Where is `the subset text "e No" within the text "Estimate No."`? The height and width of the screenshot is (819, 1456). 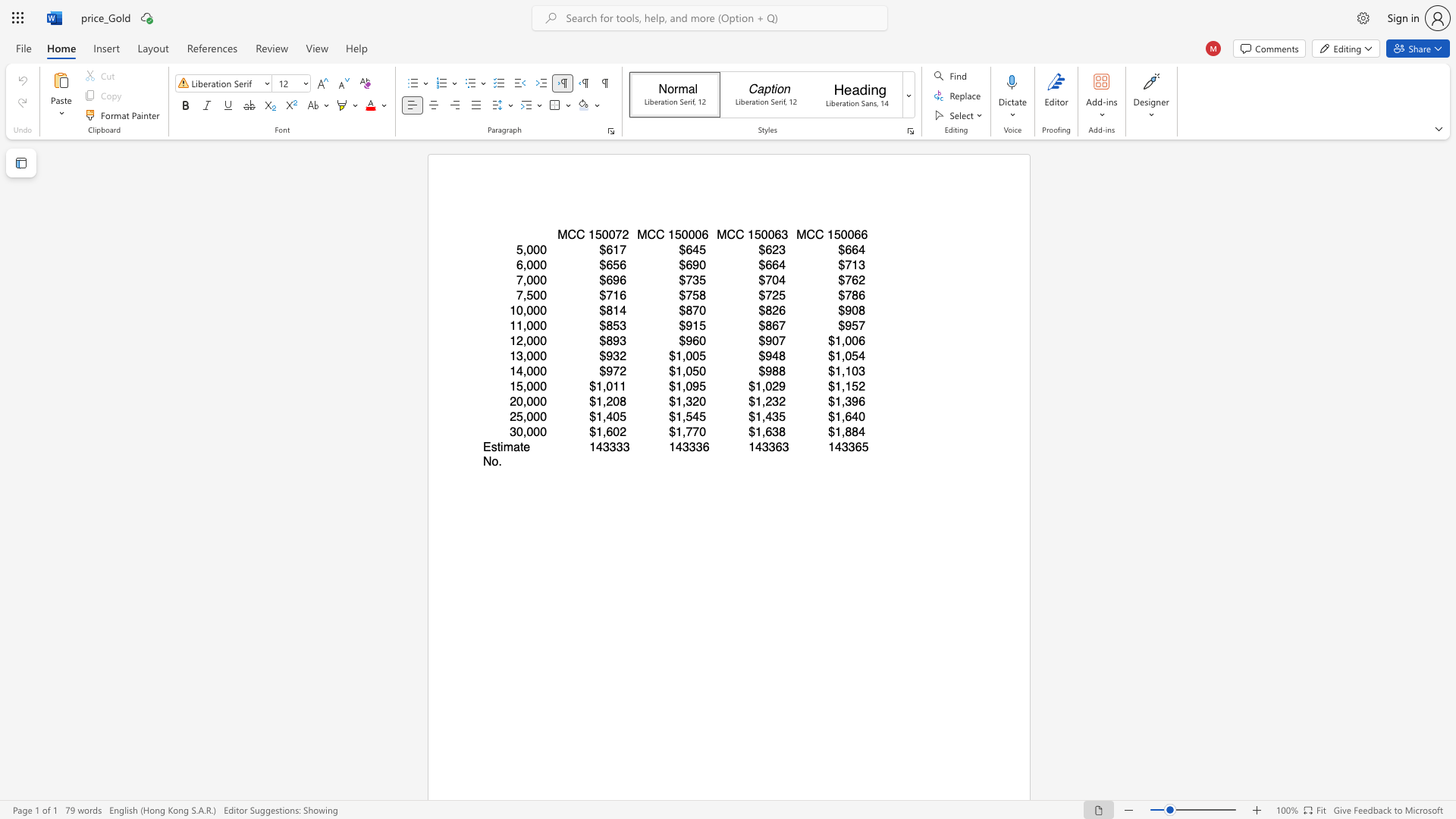
the subset text "e No" within the text "Estimate No." is located at coordinates (523, 446).